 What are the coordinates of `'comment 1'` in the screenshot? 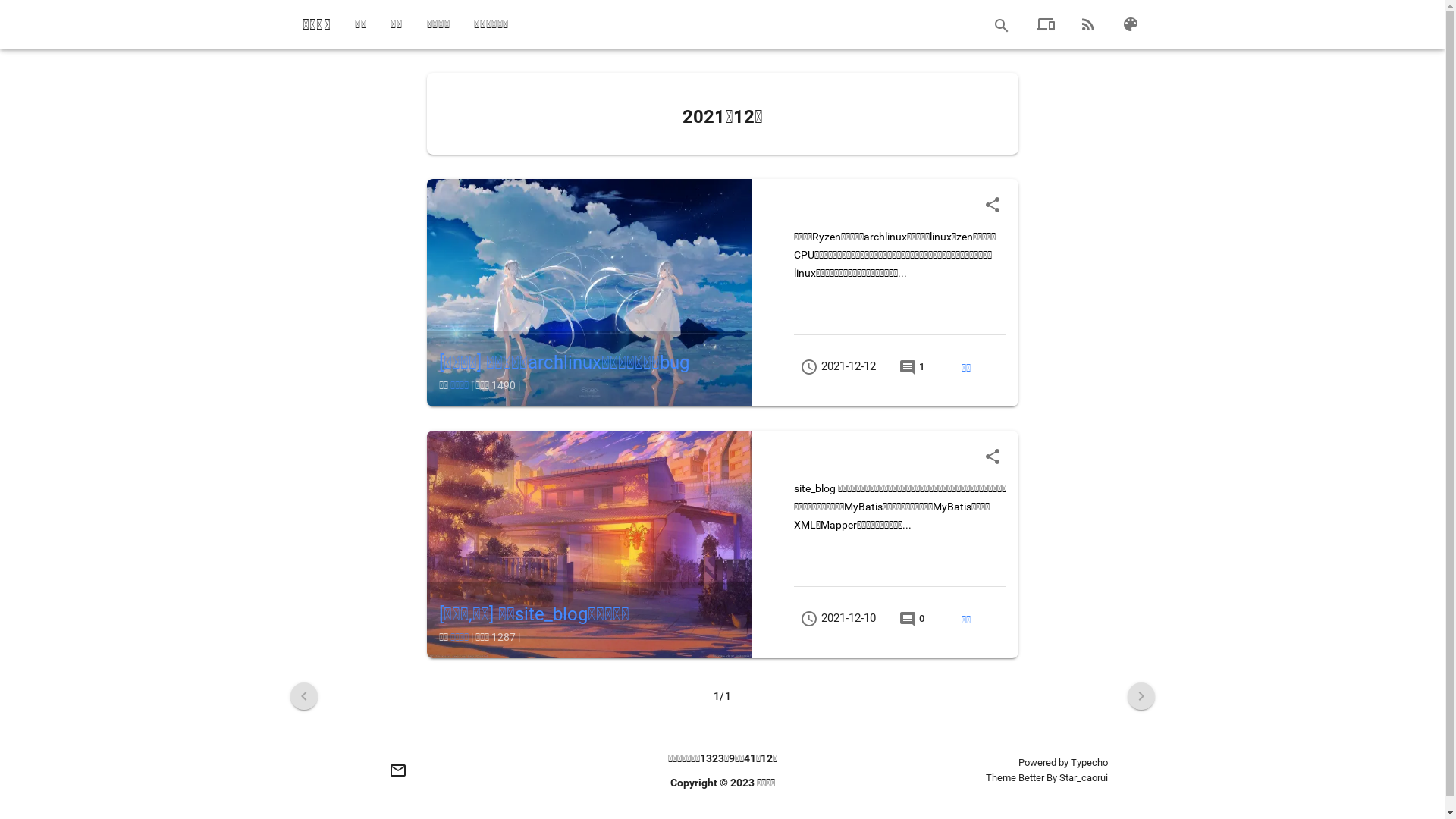 It's located at (910, 366).